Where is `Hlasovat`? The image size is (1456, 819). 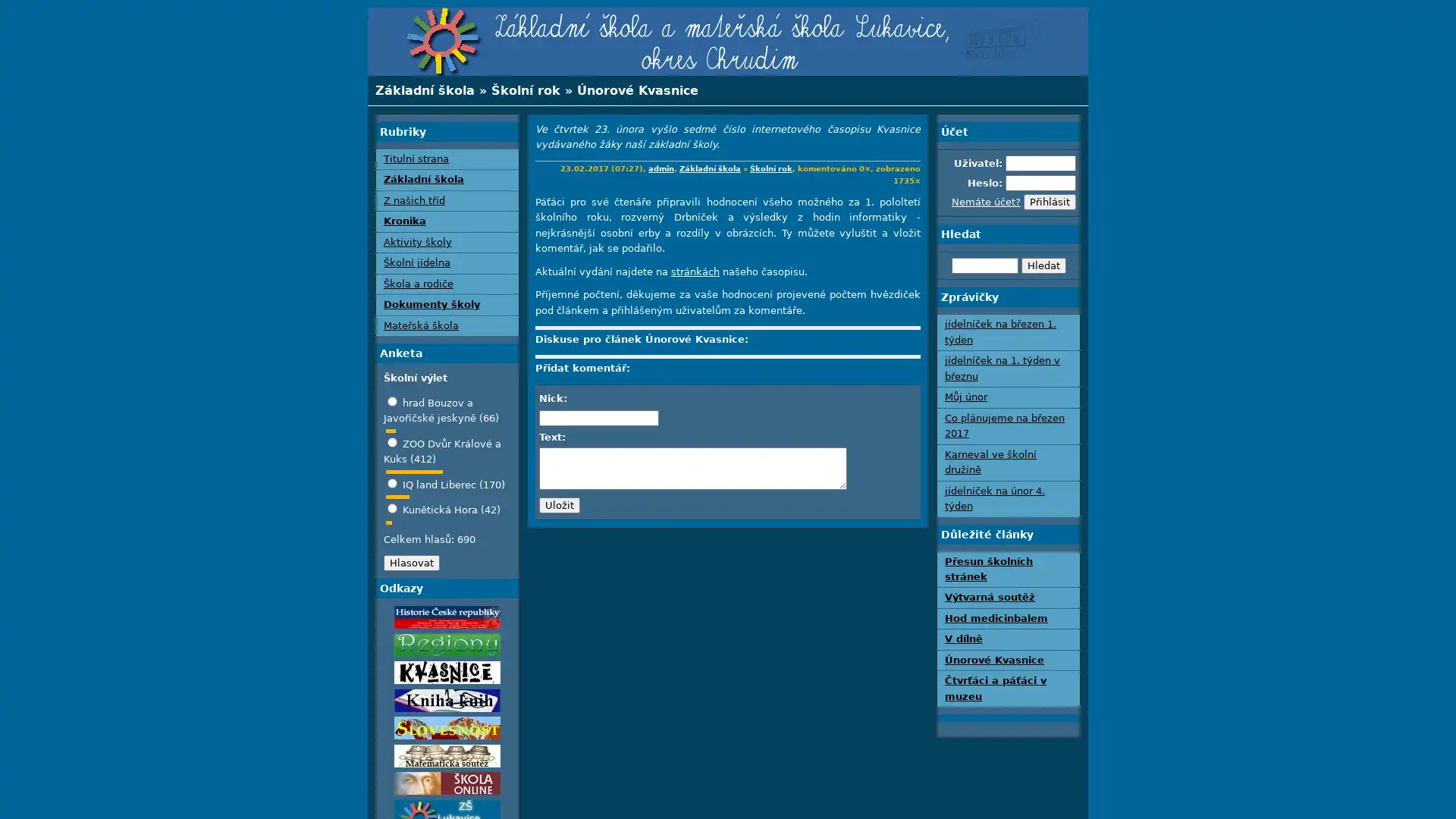 Hlasovat is located at coordinates (411, 562).